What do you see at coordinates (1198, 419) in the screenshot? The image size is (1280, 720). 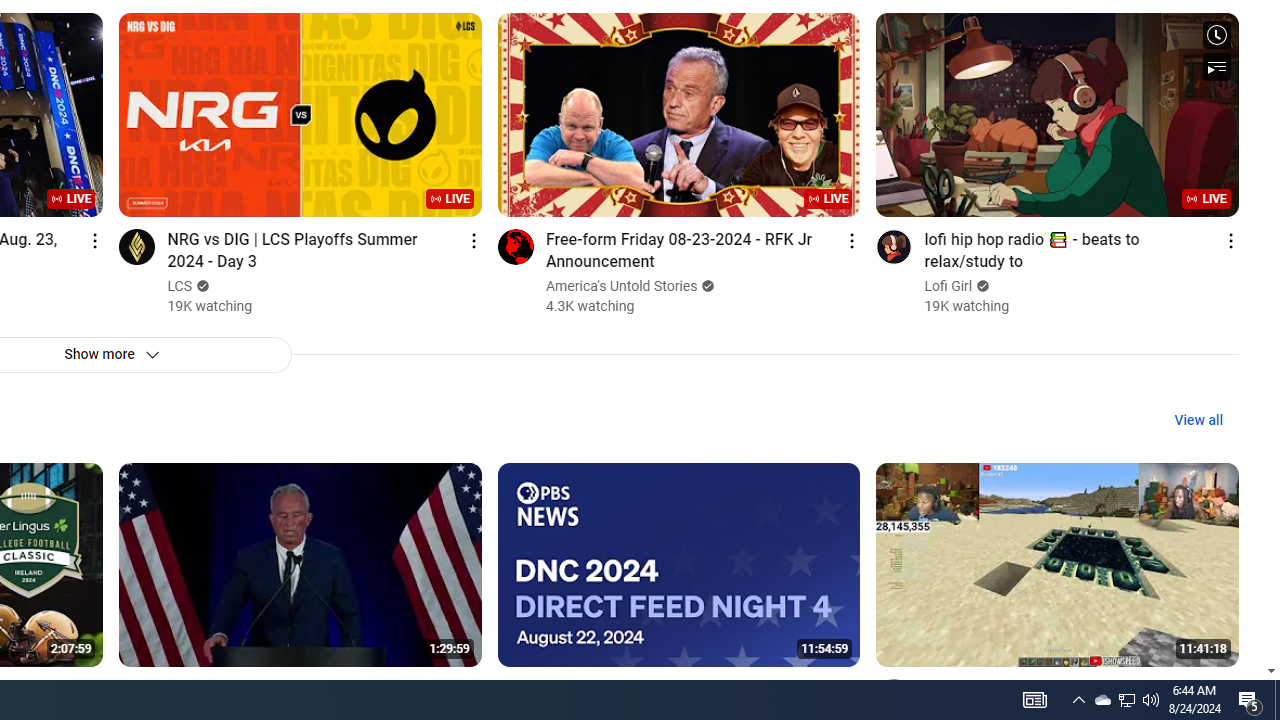 I see `'View all'` at bounding box center [1198, 419].